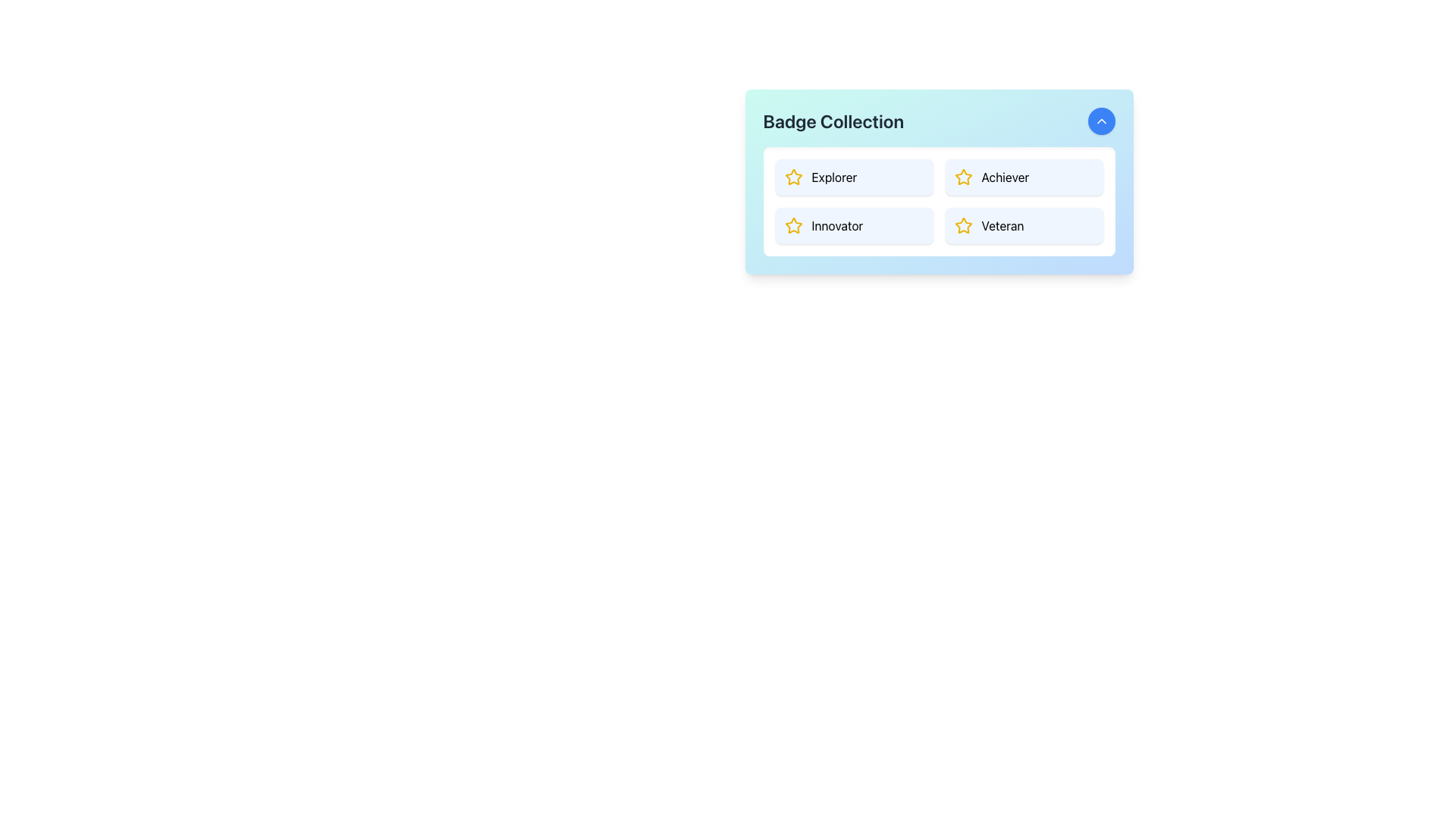  I want to click on the 'Achiever' badge icon located, so click(962, 175).